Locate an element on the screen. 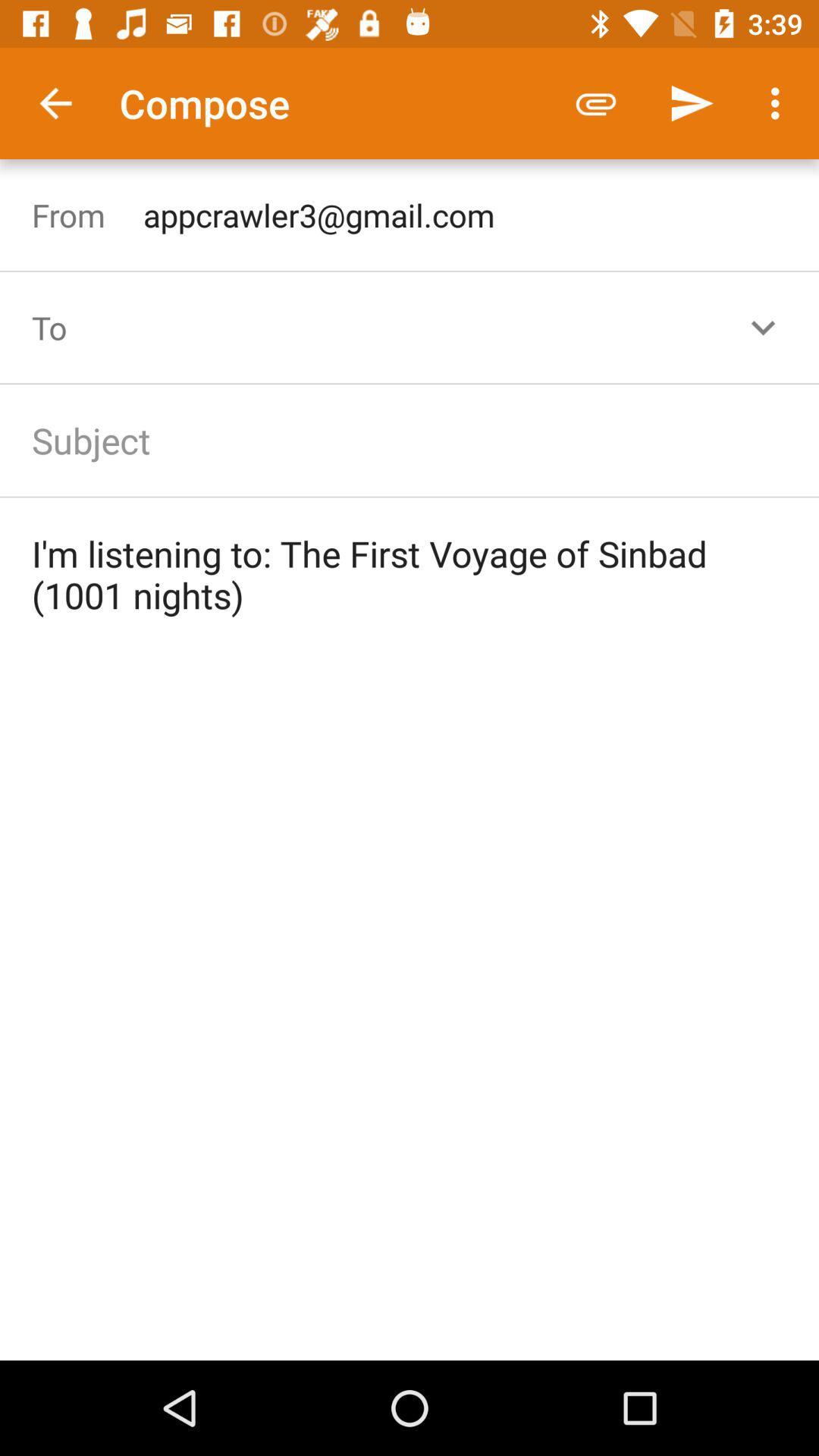 The image size is (819, 1456). the item above appcrawler3@gmail.com item is located at coordinates (779, 102).